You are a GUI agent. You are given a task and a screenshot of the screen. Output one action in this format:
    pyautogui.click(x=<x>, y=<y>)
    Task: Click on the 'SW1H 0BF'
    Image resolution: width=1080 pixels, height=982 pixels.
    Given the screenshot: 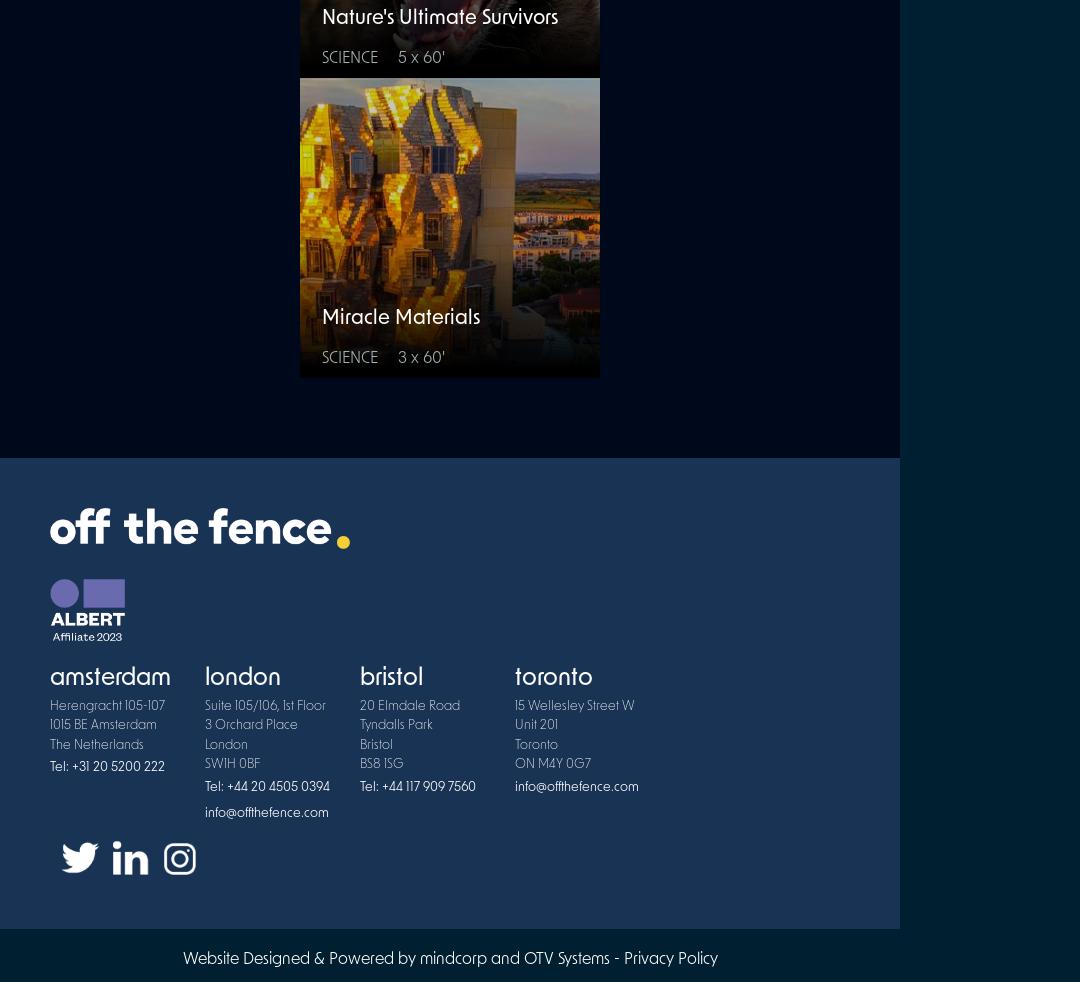 What is the action you would take?
    pyautogui.click(x=231, y=764)
    